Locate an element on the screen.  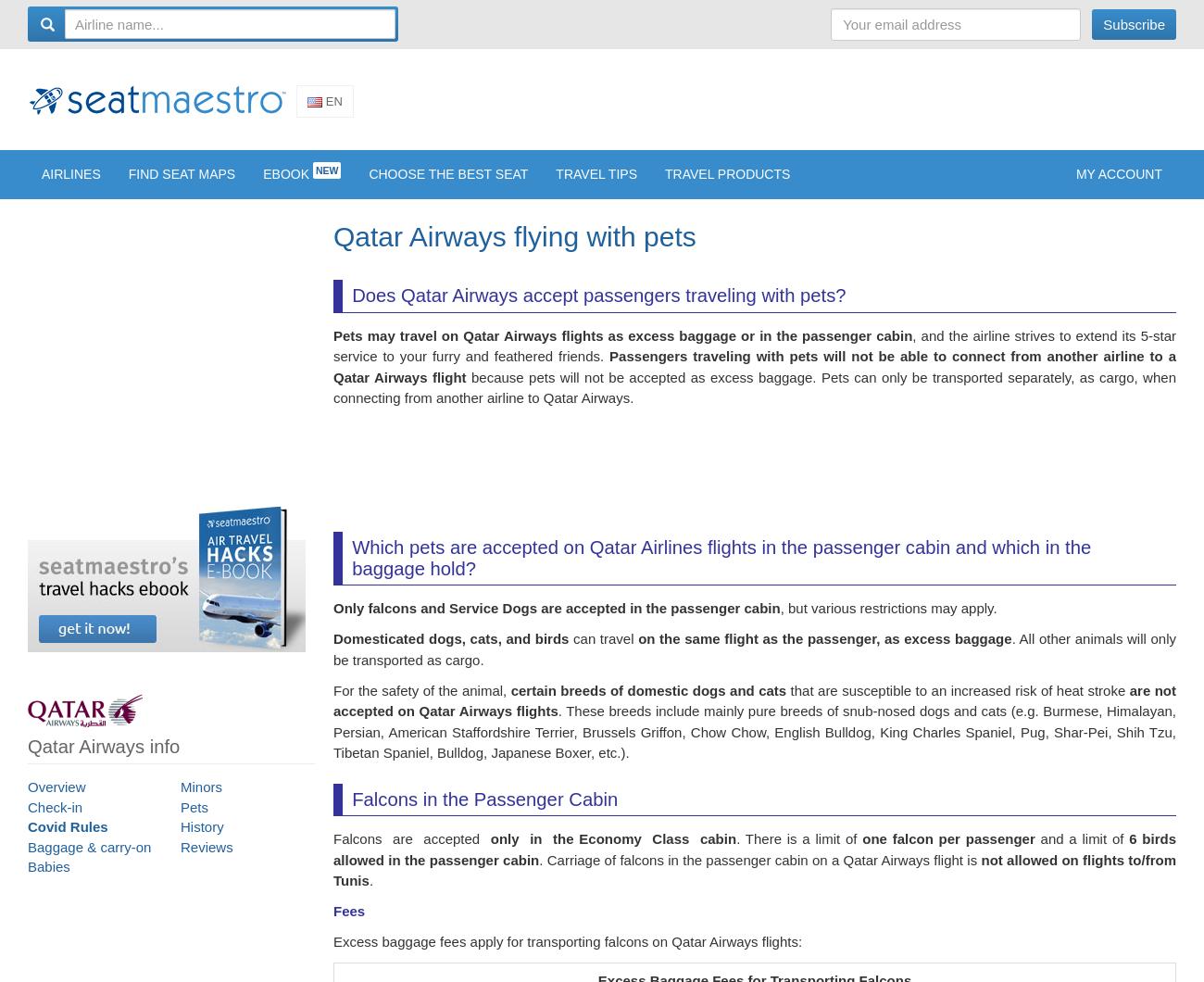
'Overview' is located at coordinates (27, 799).